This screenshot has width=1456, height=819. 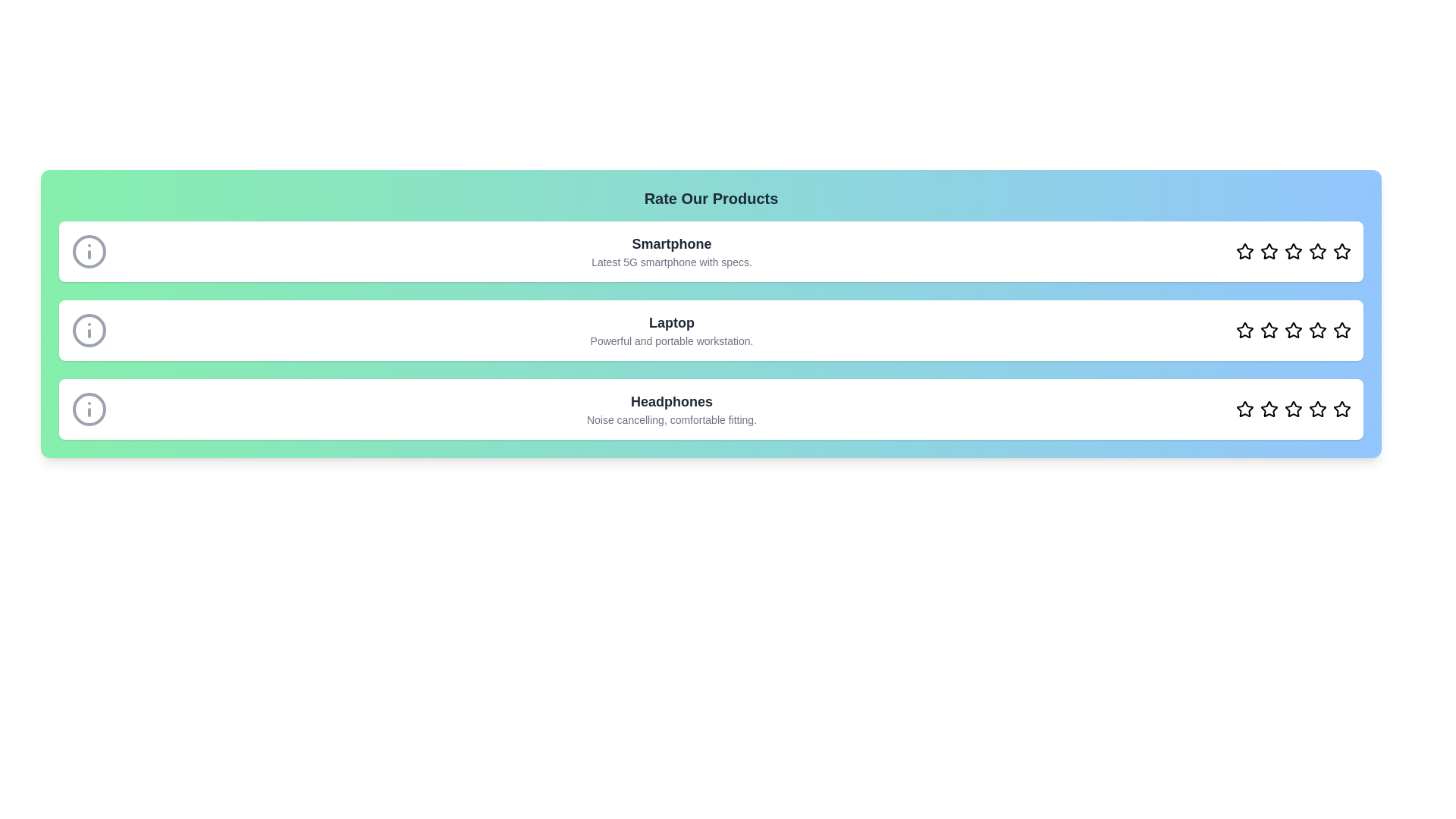 What do you see at coordinates (89, 409) in the screenshot?
I see `the Circular SVG graphic component` at bounding box center [89, 409].